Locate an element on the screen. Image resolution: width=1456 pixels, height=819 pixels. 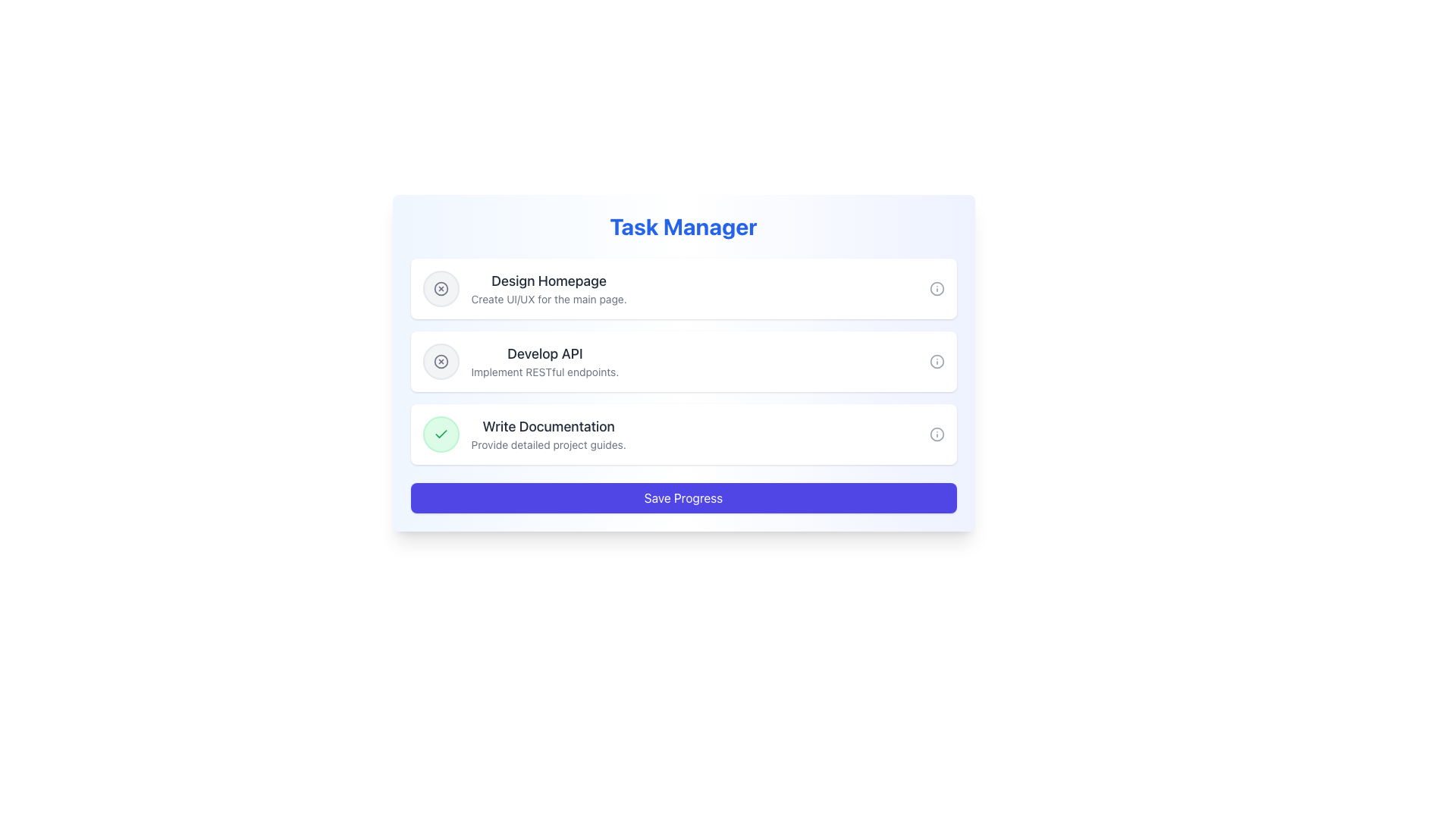
the descriptive text label that provides additional details about the task 'Develop API', specifically the description 'Implement RESTful endpoints.' is located at coordinates (544, 372).